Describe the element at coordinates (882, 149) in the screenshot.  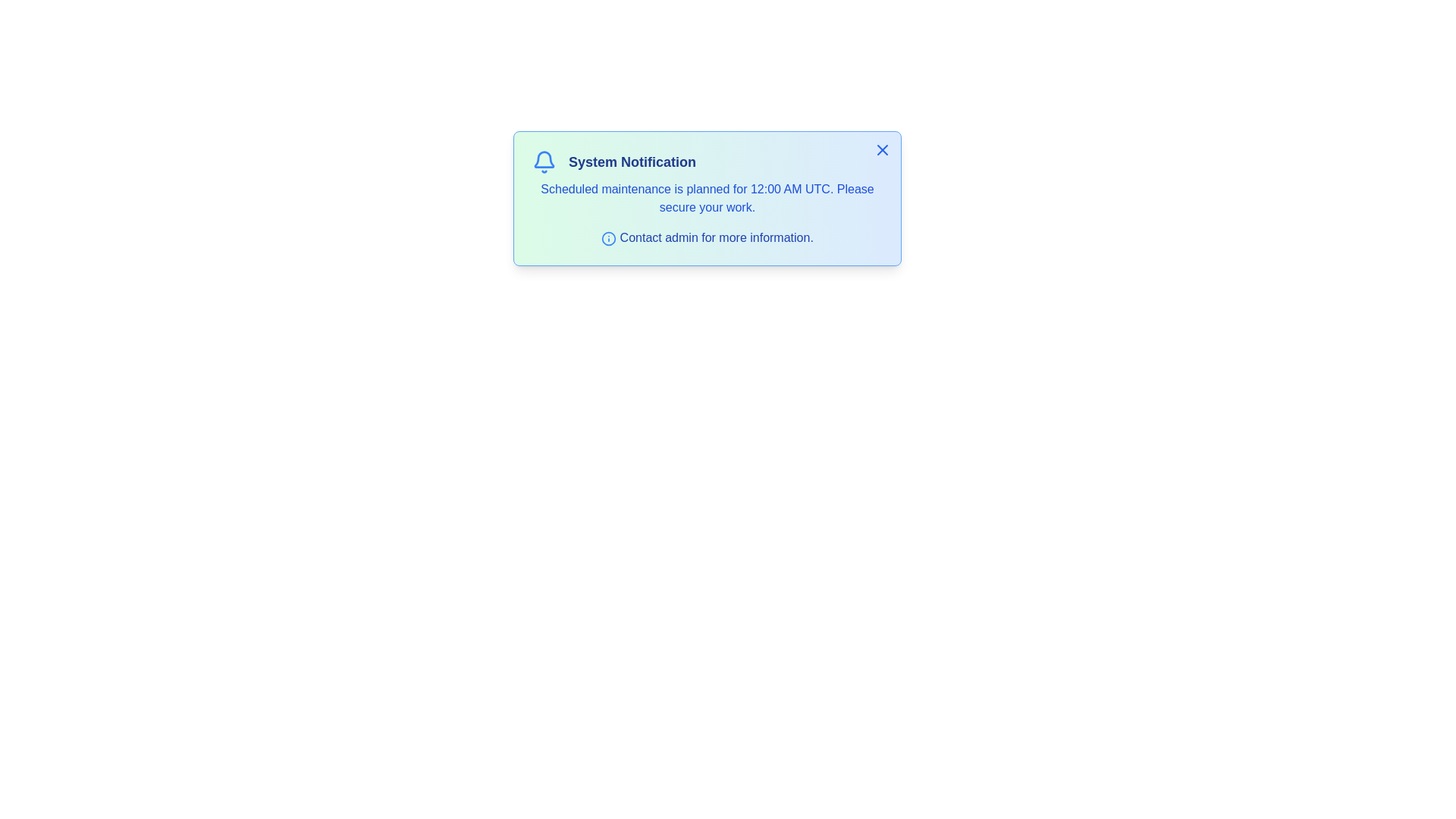
I see `close button in the top-right corner of the alert to close it` at that location.